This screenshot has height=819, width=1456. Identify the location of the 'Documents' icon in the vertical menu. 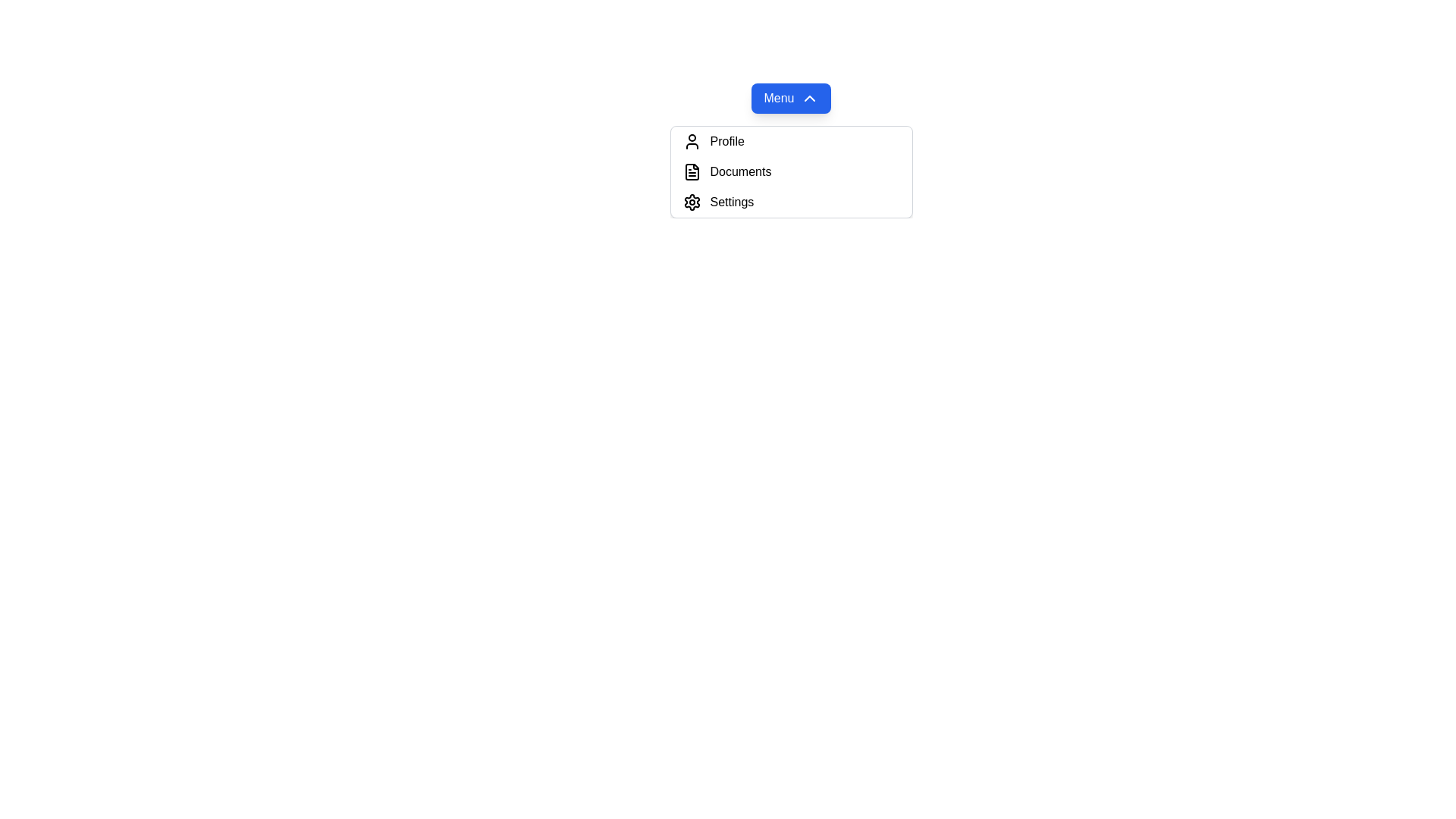
(691, 171).